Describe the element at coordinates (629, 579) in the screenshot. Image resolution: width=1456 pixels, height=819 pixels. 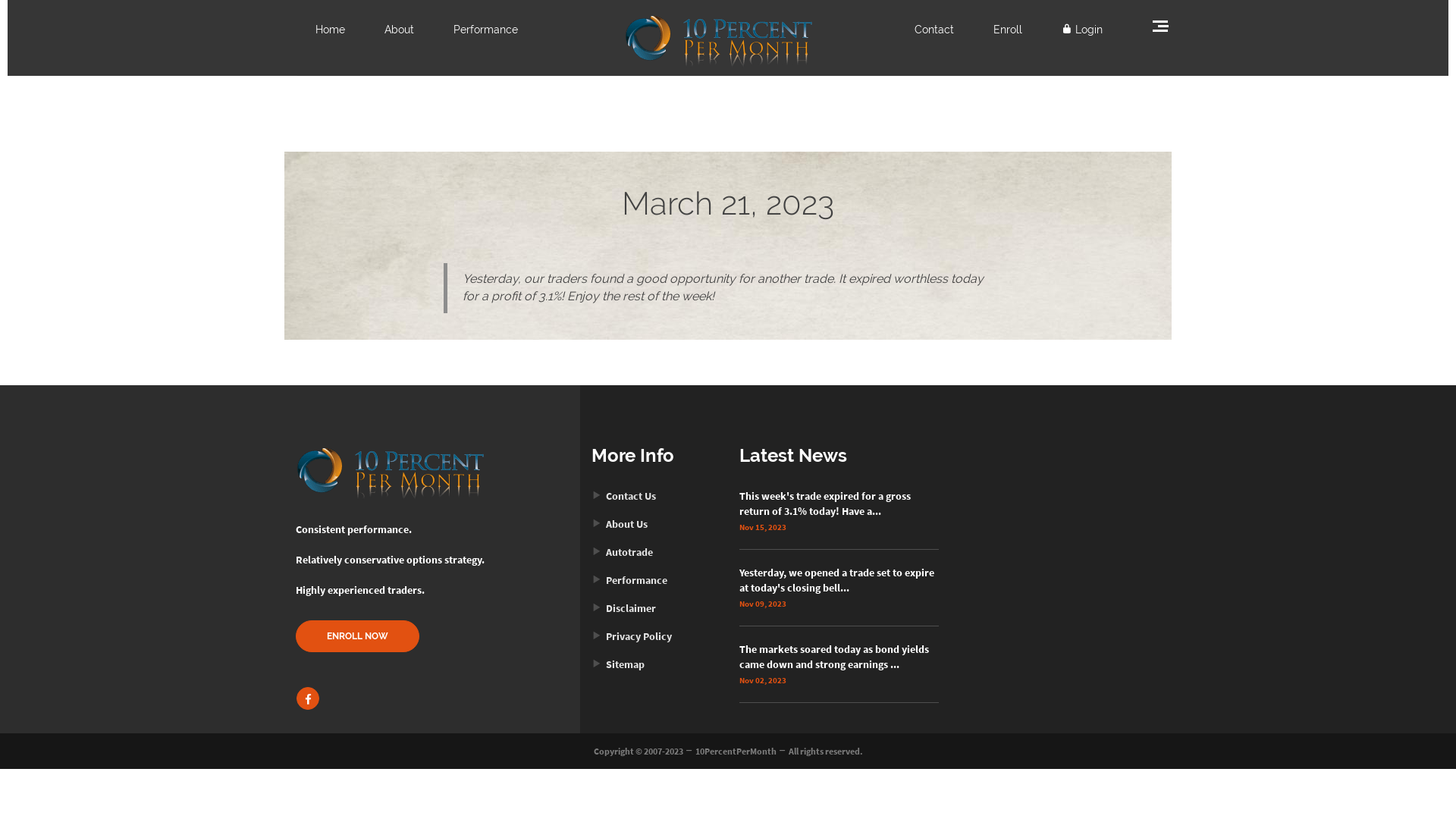
I see `'Performance'` at that location.